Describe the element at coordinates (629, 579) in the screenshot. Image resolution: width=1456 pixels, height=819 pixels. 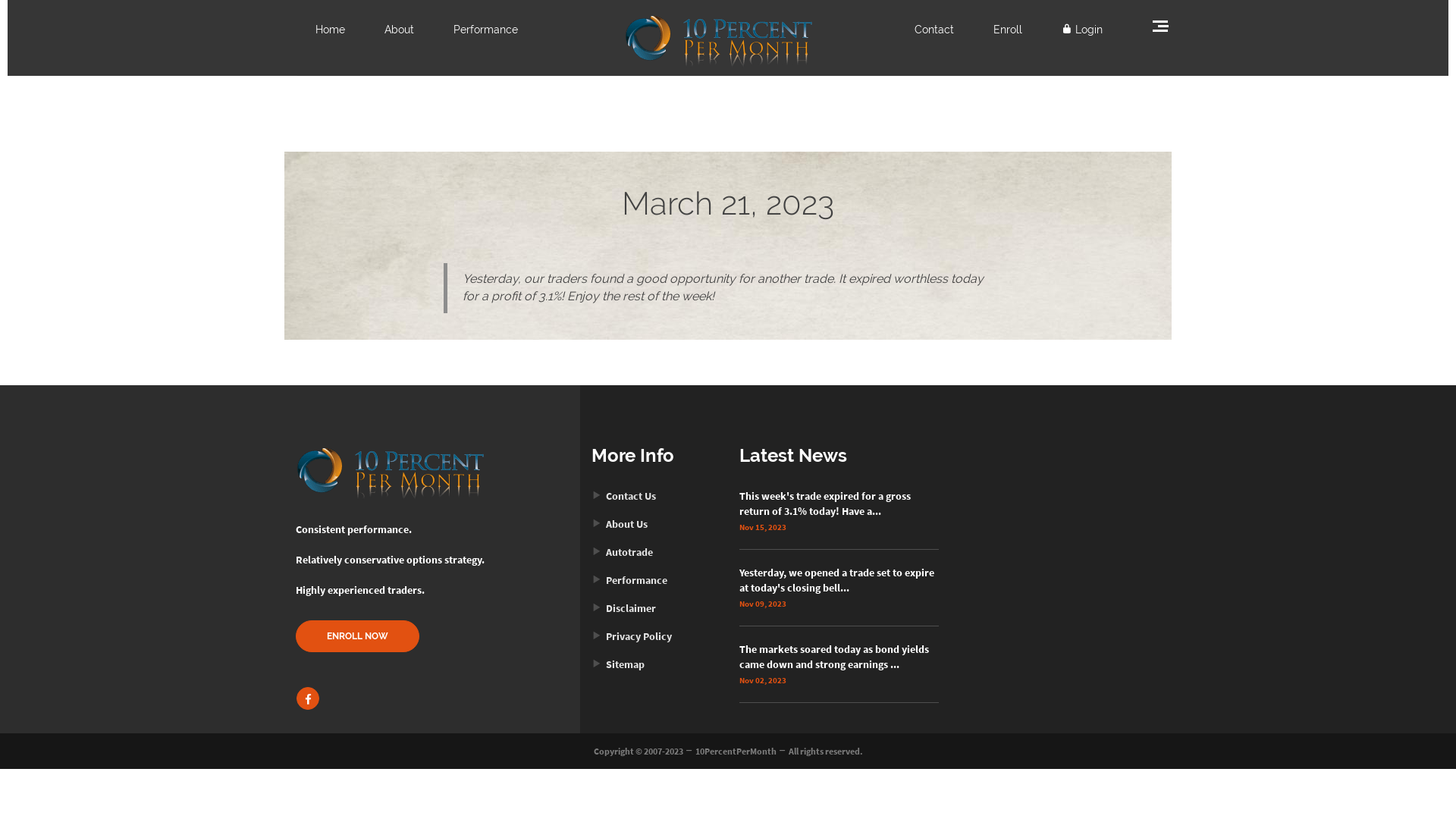
I see `'Performance'` at that location.